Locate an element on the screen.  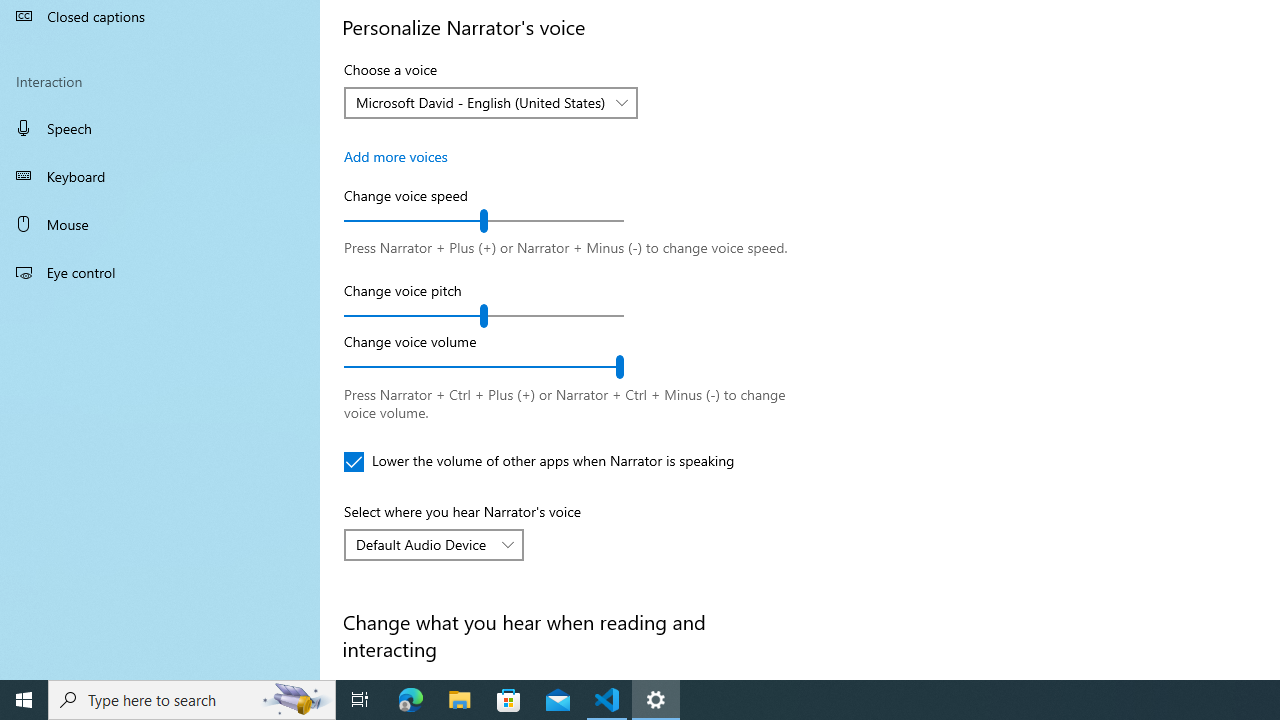
'Change voice pitch' is located at coordinates (484, 315).